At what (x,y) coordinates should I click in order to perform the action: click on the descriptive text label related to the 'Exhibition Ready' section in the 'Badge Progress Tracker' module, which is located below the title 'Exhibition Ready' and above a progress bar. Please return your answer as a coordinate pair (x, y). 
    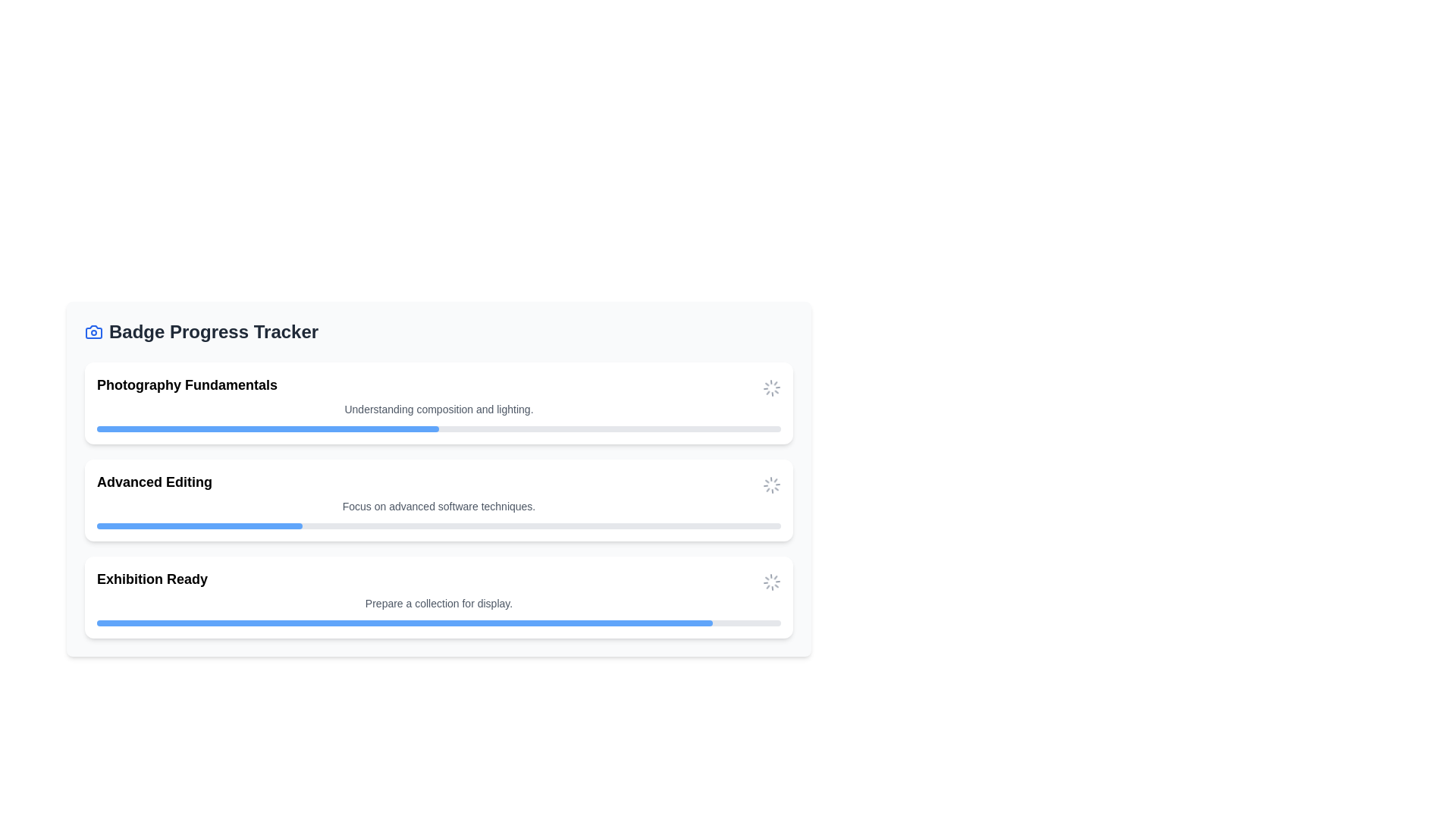
    Looking at the image, I should click on (438, 602).